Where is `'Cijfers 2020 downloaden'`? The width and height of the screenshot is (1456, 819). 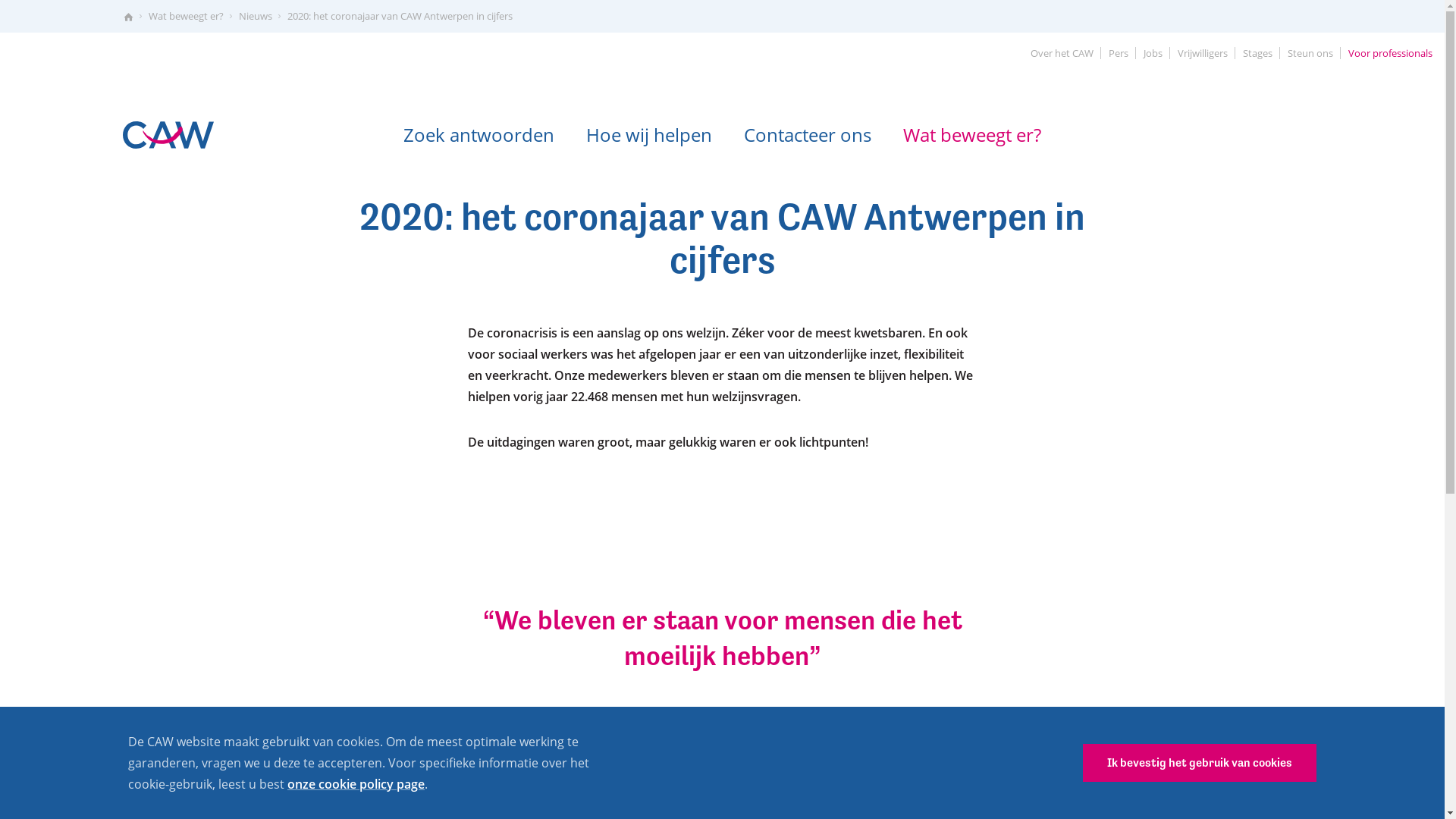
'Cijfers 2020 downloaden' is located at coordinates (532, 777).